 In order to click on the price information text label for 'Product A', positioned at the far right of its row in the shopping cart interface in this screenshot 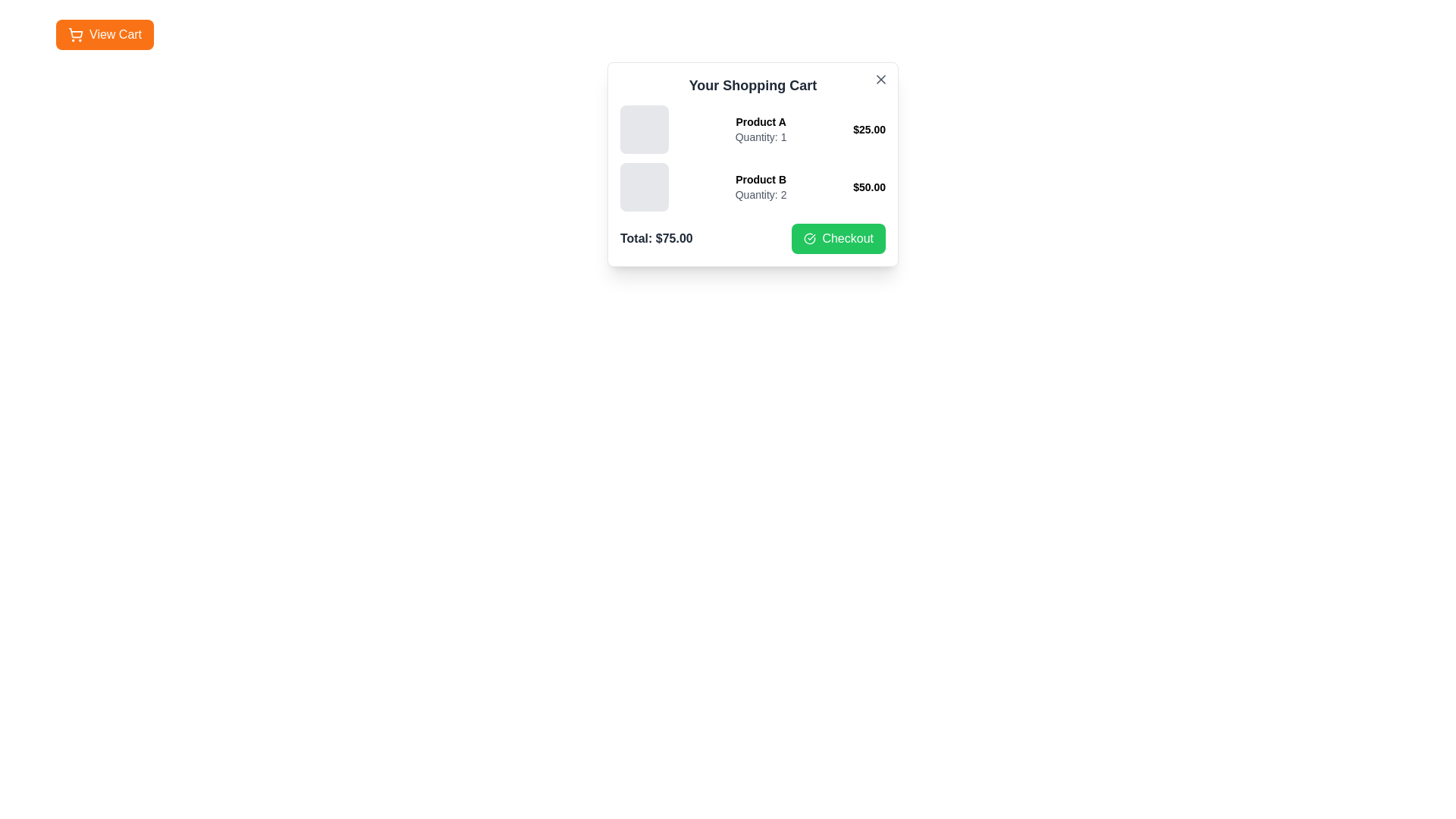, I will do `click(869, 128)`.